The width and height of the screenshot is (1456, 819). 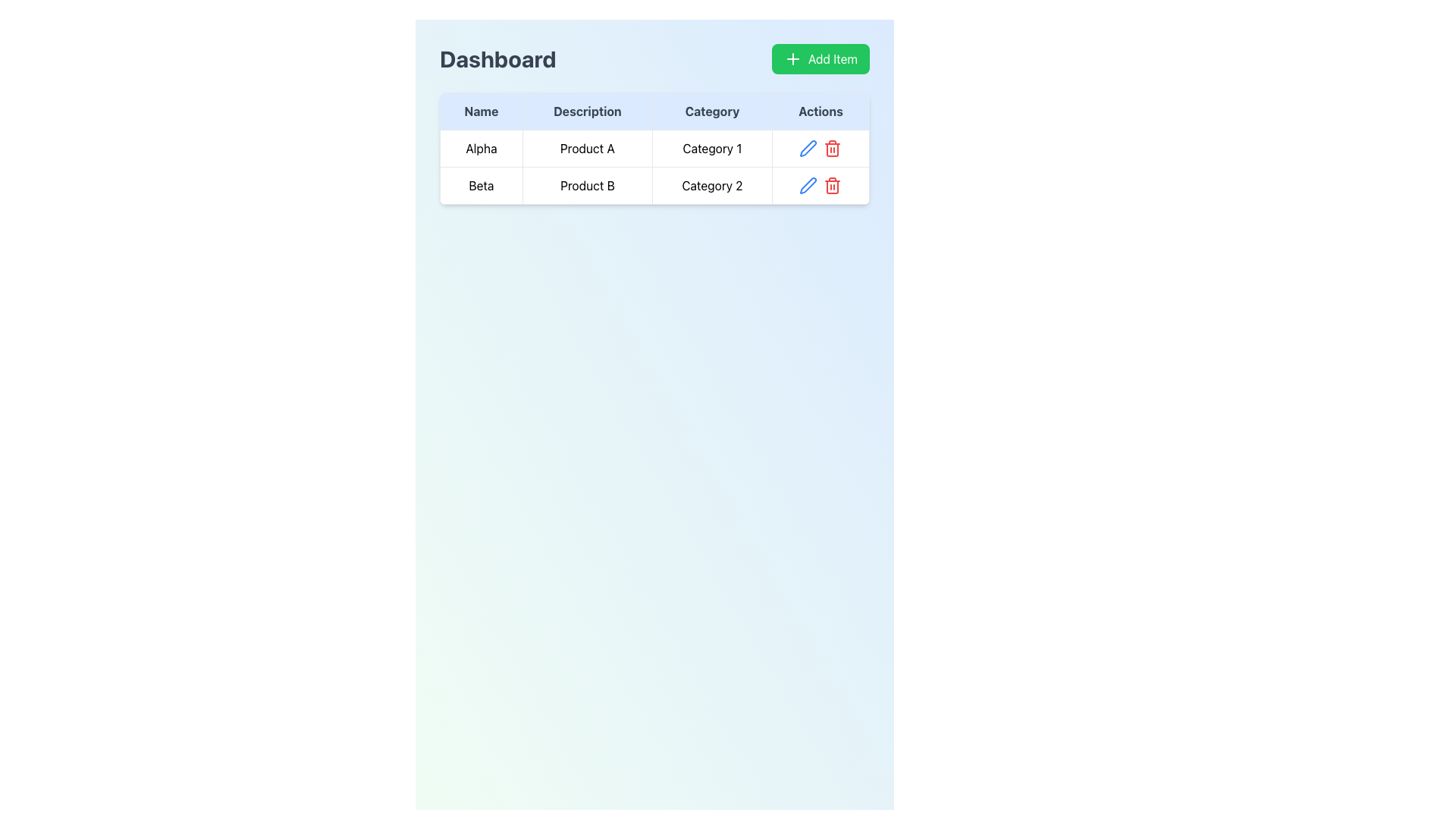 I want to click on the text label 'Actions' which is the fourth column header in a light blue table header, so click(x=820, y=110).